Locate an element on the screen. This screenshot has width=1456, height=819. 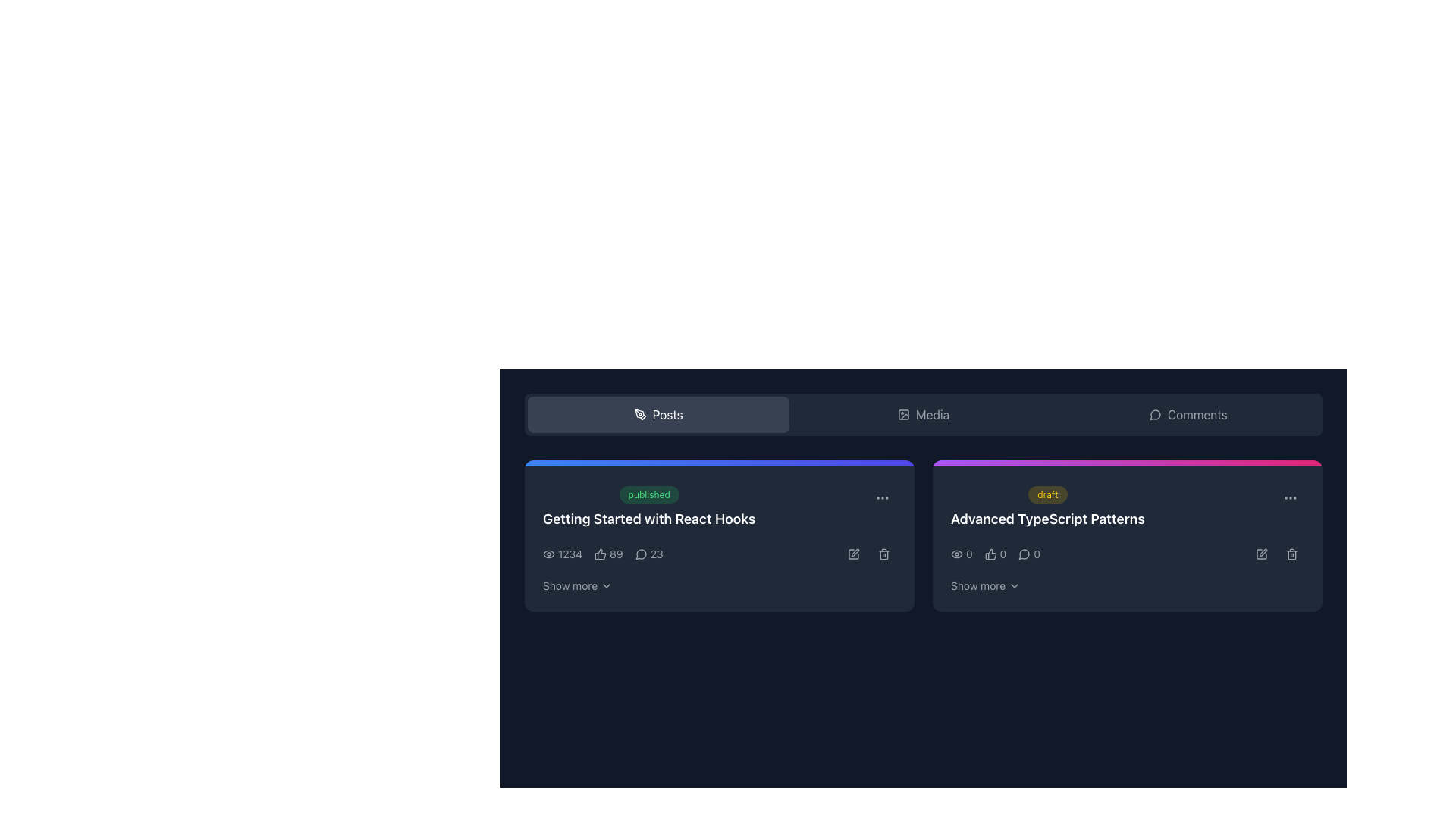
the interactive group of buttons/icons in the top right corner of the card component is located at coordinates (869, 554).